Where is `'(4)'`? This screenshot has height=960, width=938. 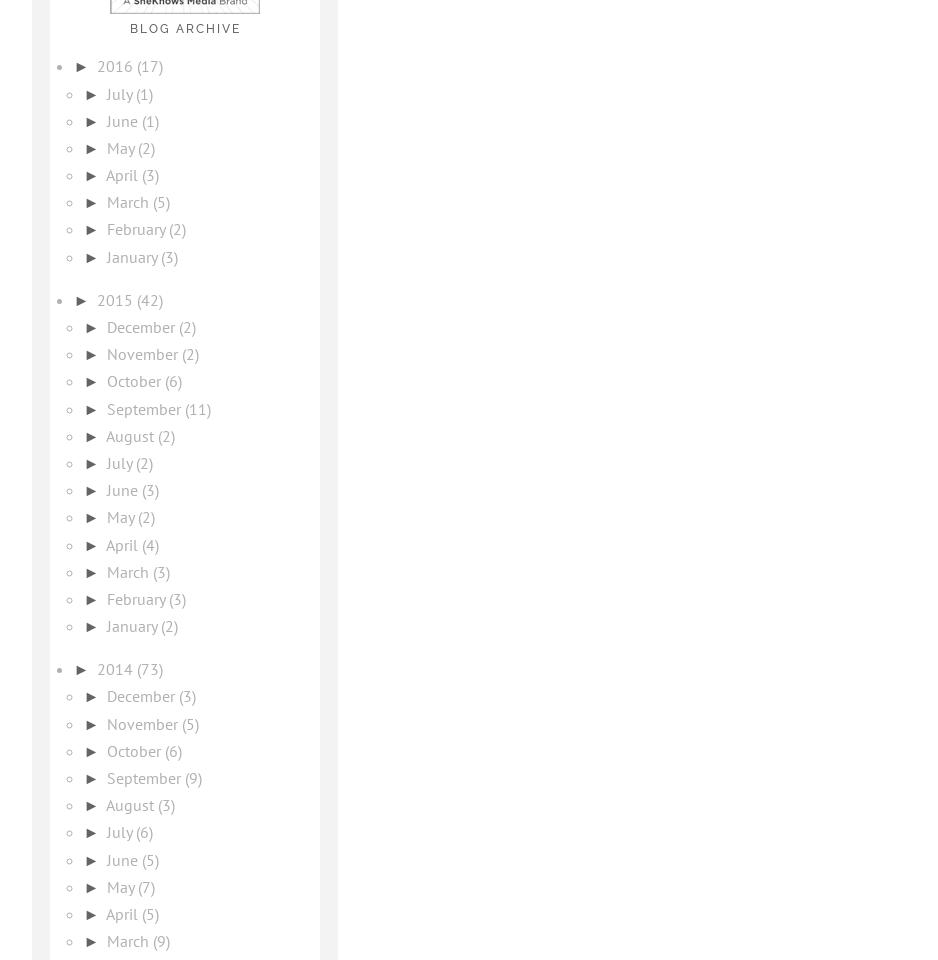
'(4)' is located at coordinates (150, 544).